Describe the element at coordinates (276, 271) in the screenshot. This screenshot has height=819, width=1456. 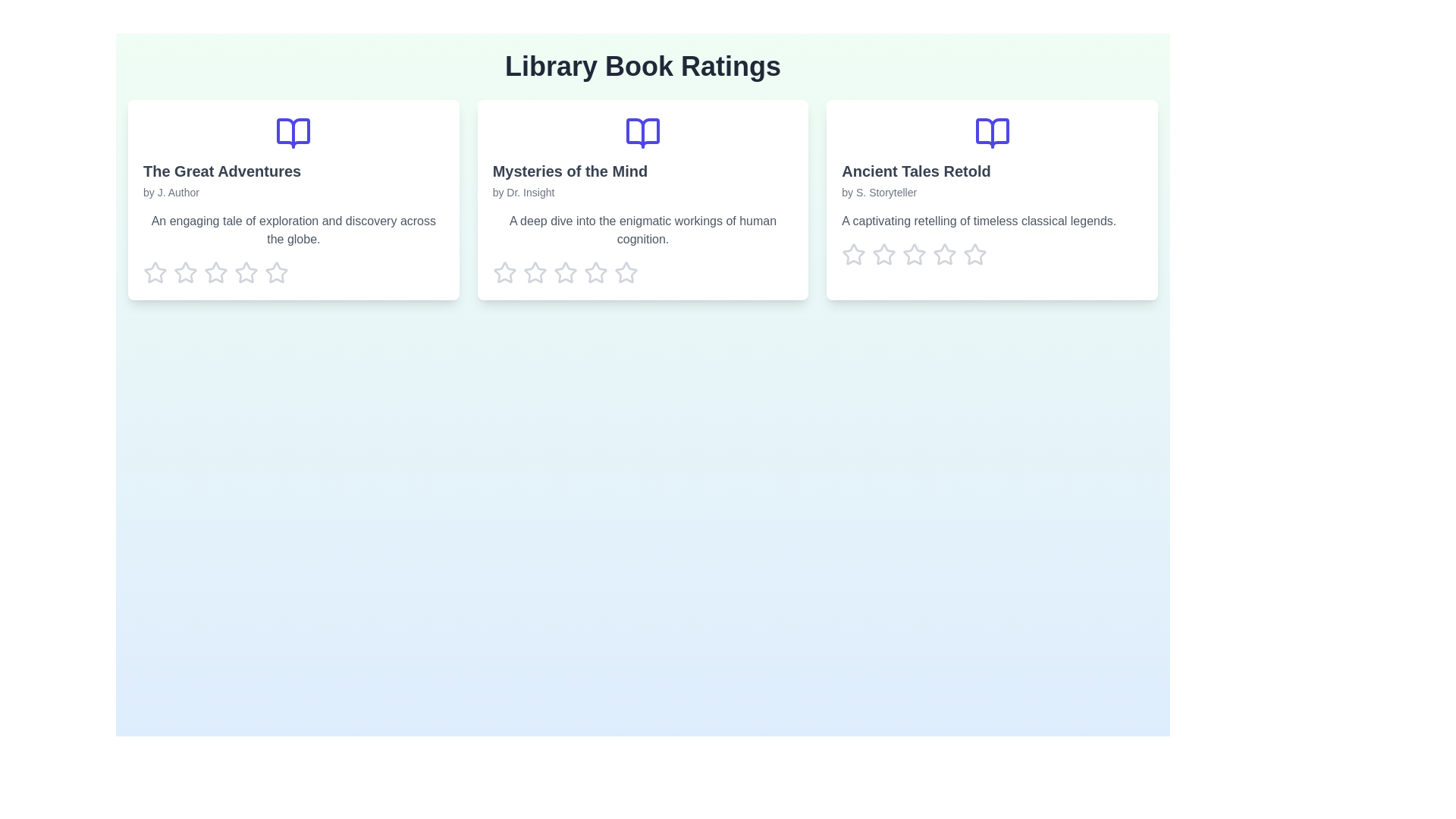
I see `the rating for a book to 5 stars by clicking on the corresponding star` at that location.